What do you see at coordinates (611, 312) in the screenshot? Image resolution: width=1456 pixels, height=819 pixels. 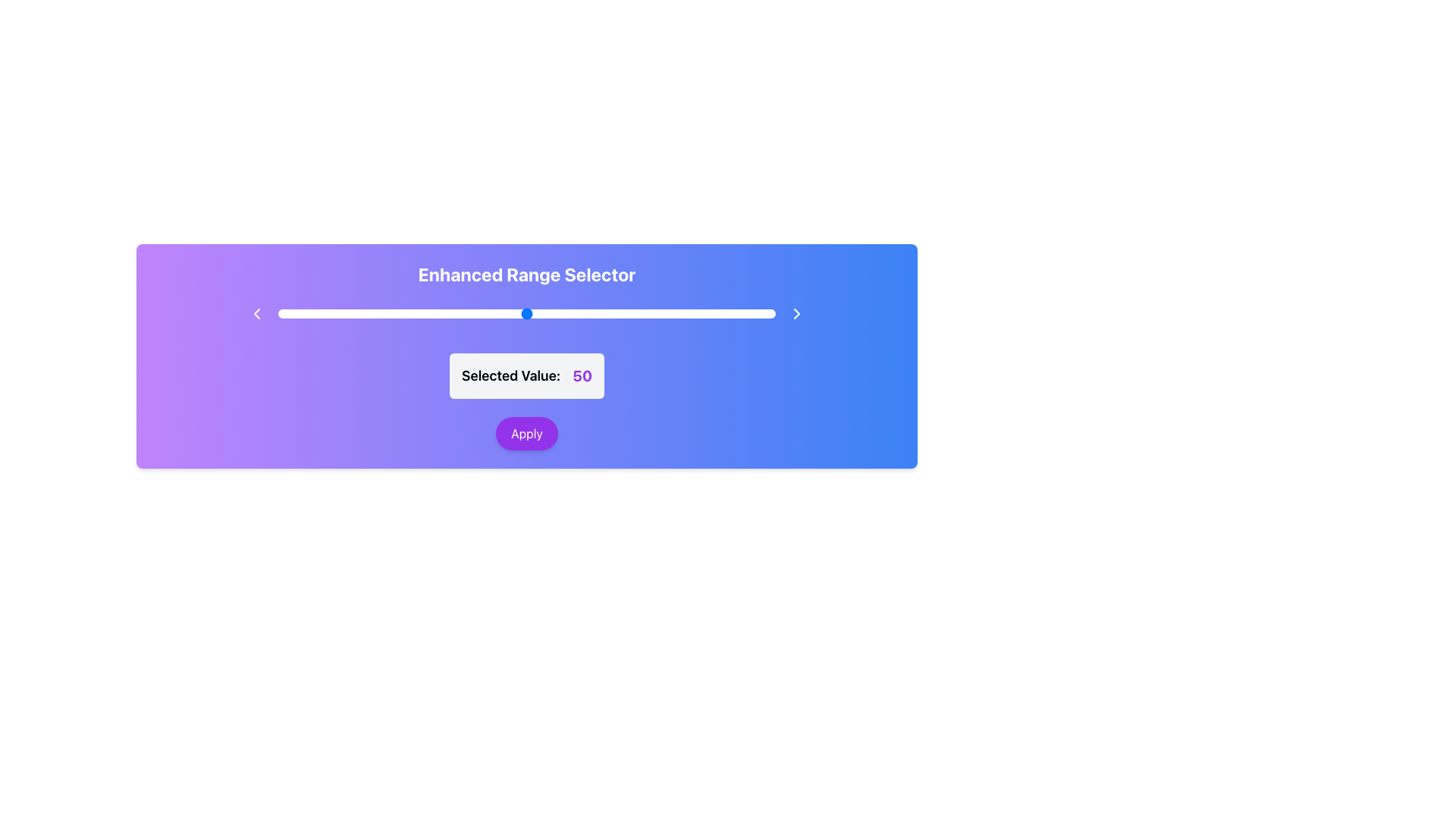 I see `the slider` at bounding box center [611, 312].